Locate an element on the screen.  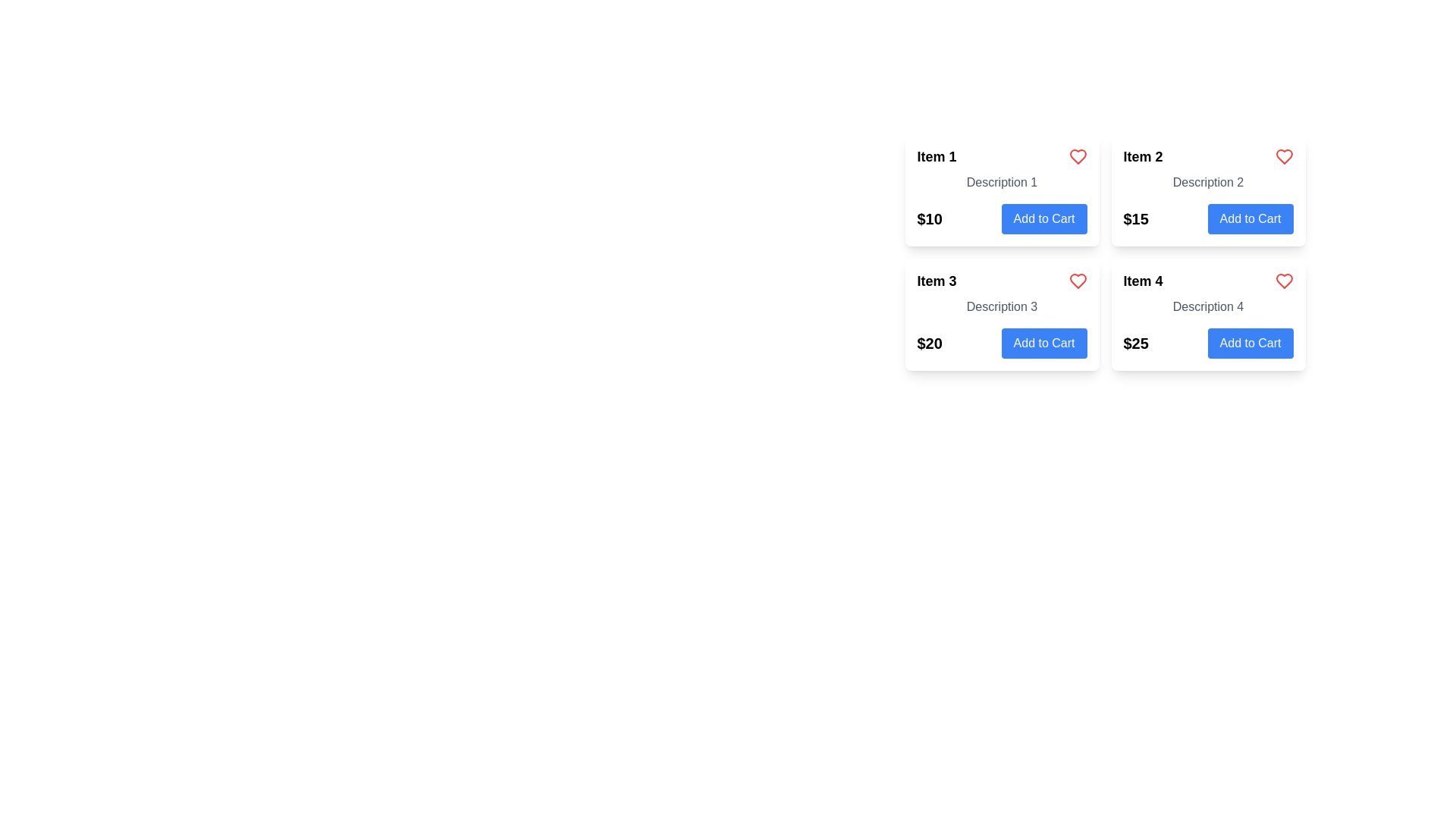
the favorite selection icon located in the top-right corner of the box for 'Item 2' is located at coordinates (1283, 157).